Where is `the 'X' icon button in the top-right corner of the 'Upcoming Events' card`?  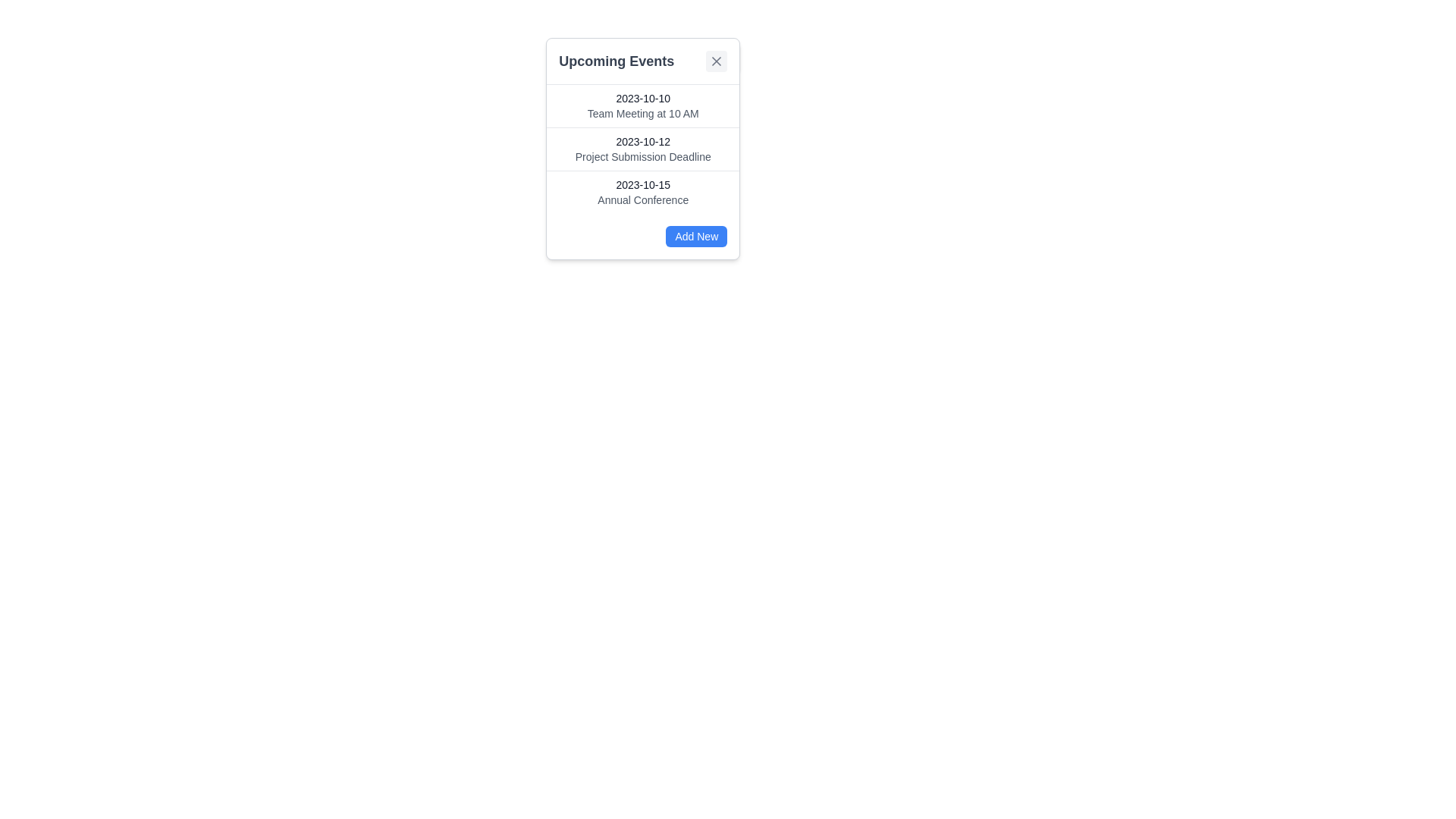 the 'X' icon button in the top-right corner of the 'Upcoming Events' card is located at coordinates (716, 61).